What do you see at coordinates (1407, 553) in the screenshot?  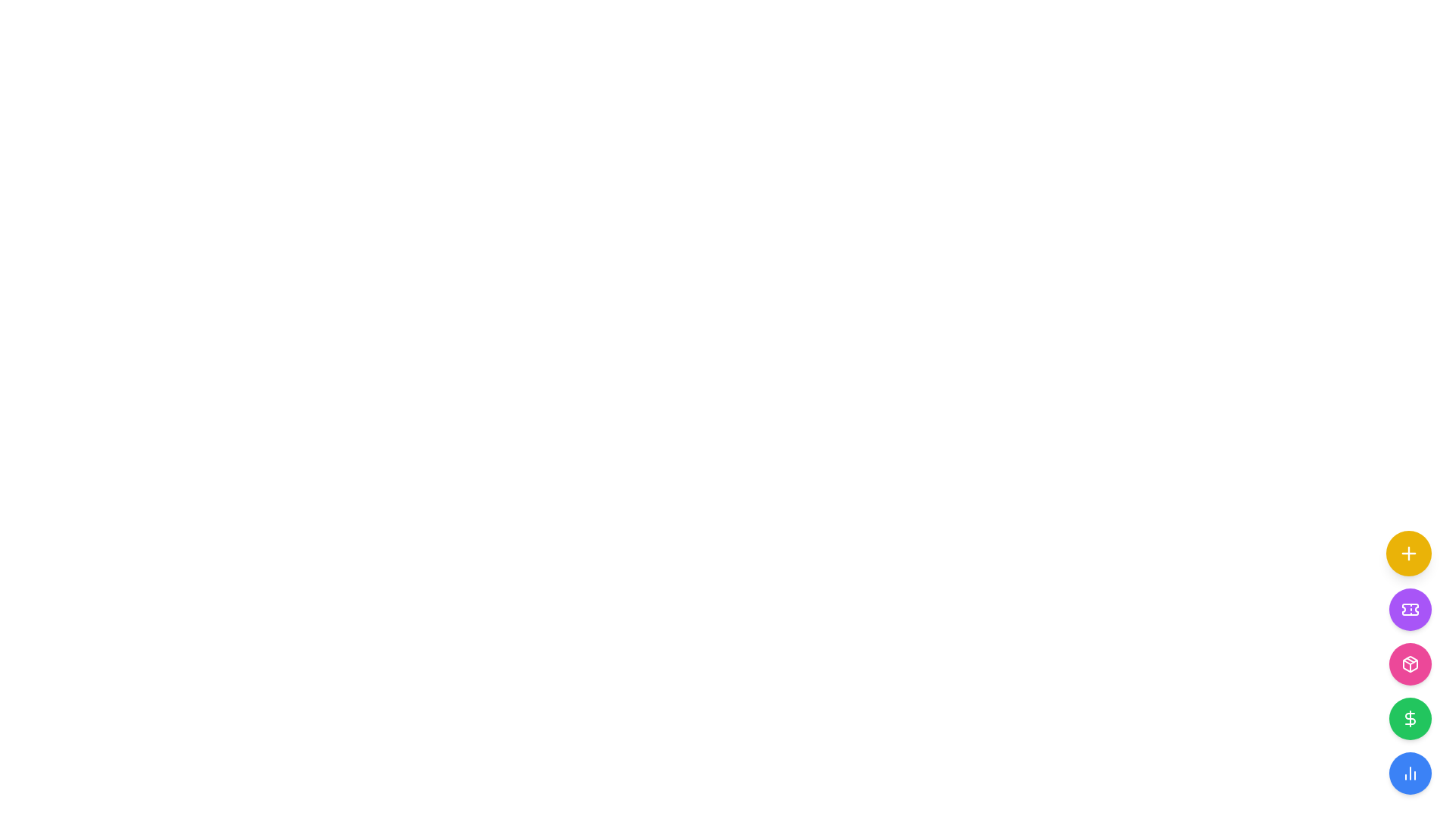 I see `the circular yellow button with a white plus icon located in the bottom-right corner of the interface` at bounding box center [1407, 553].